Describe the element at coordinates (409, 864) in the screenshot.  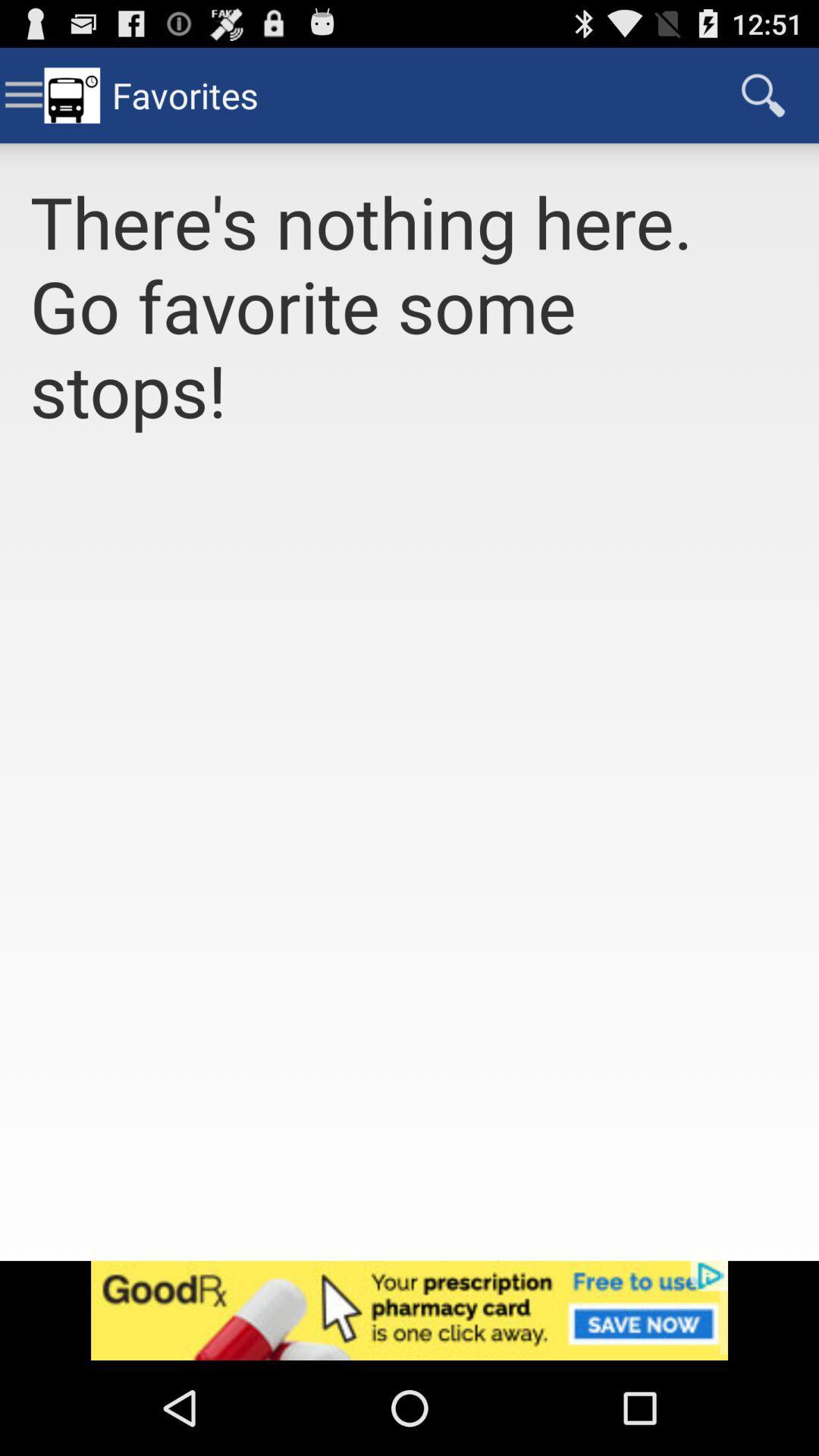
I see `emty page` at that location.